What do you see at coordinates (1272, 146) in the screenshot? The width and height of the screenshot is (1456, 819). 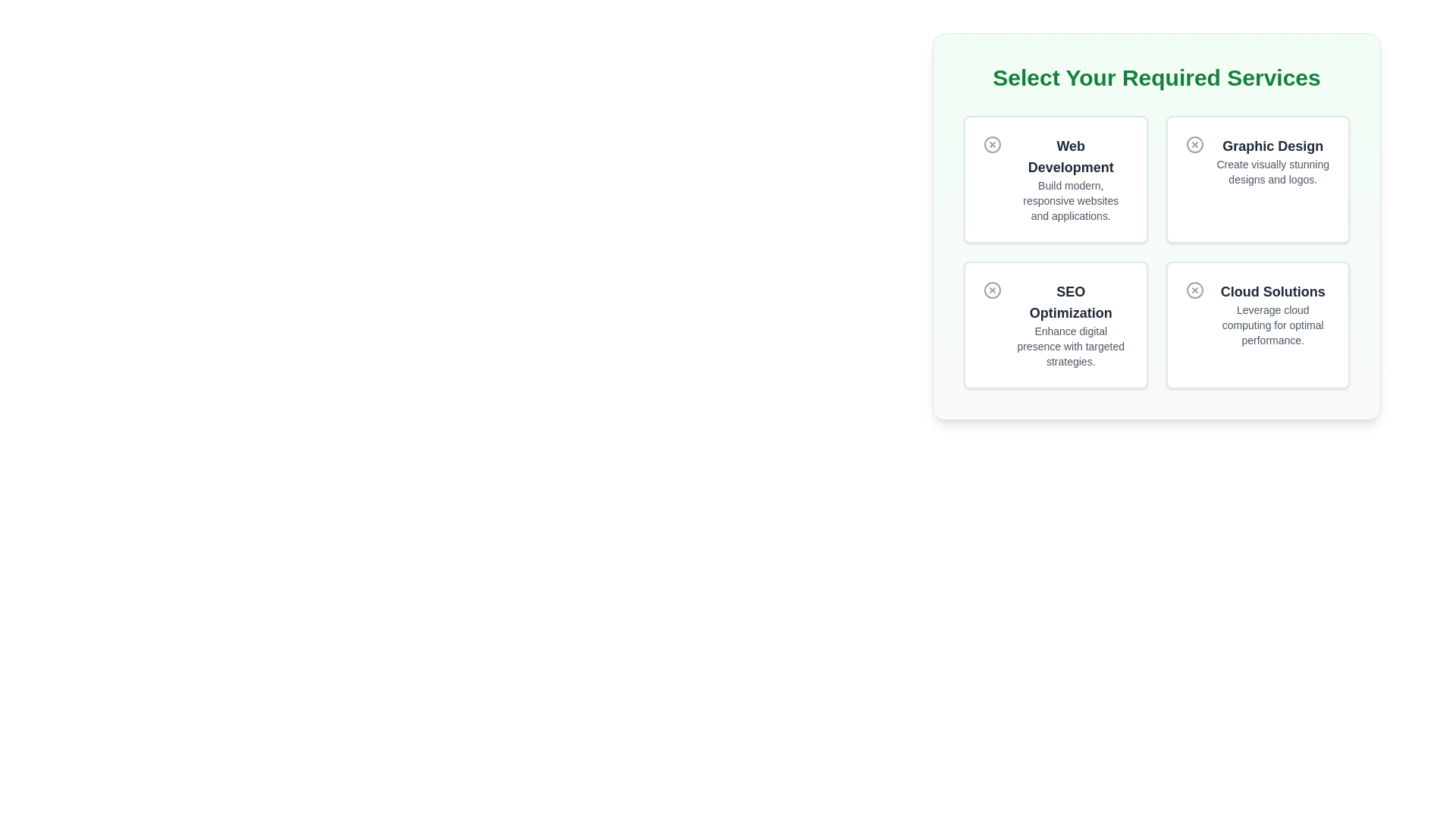 I see `the title text element located in the second card of the top row in the grid layout, which conveys the primary focus of the respective service offering` at bounding box center [1272, 146].